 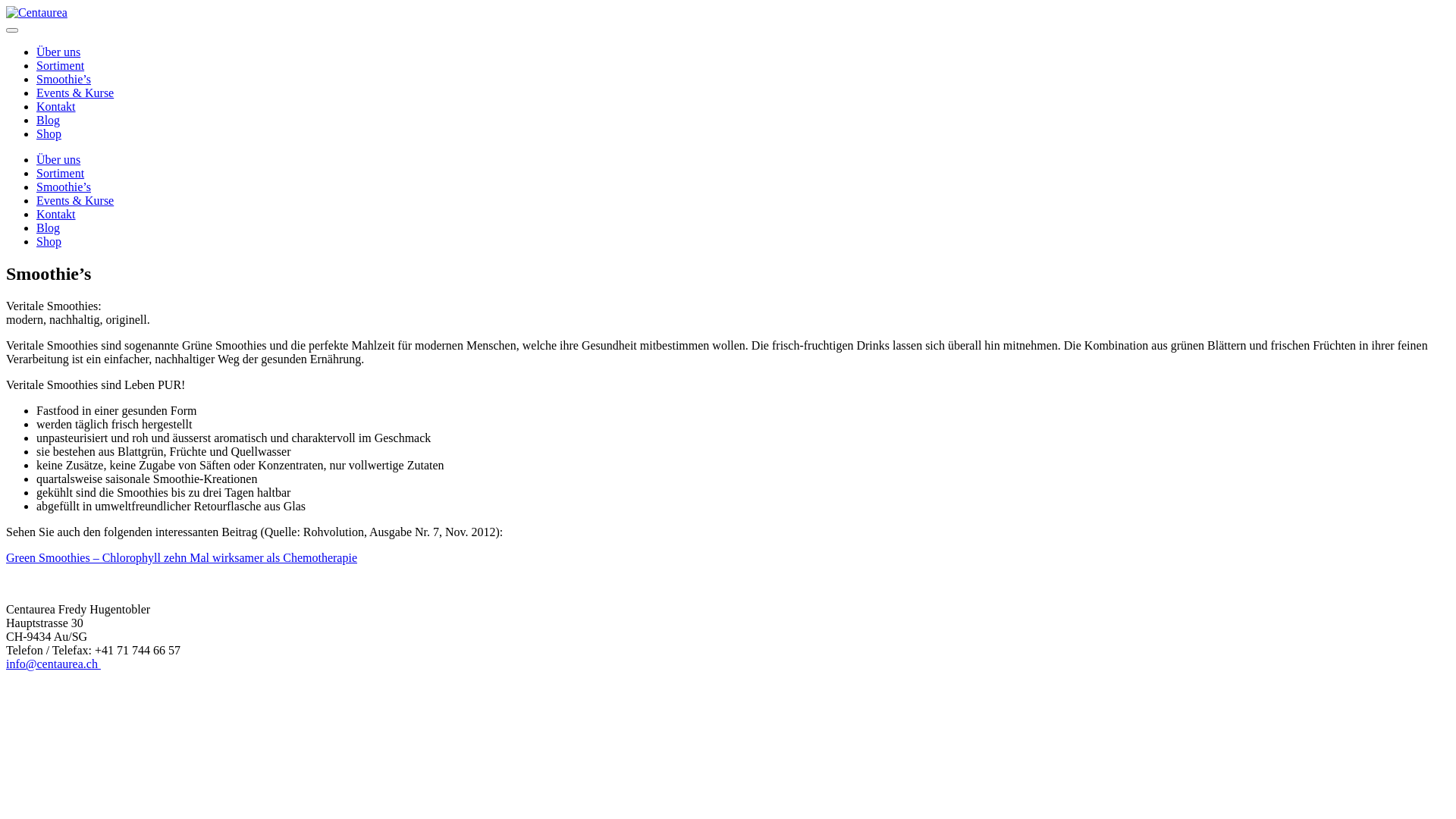 What do you see at coordinates (49, 240) in the screenshot?
I see `'Shop'` at bounding box center [49, 240].